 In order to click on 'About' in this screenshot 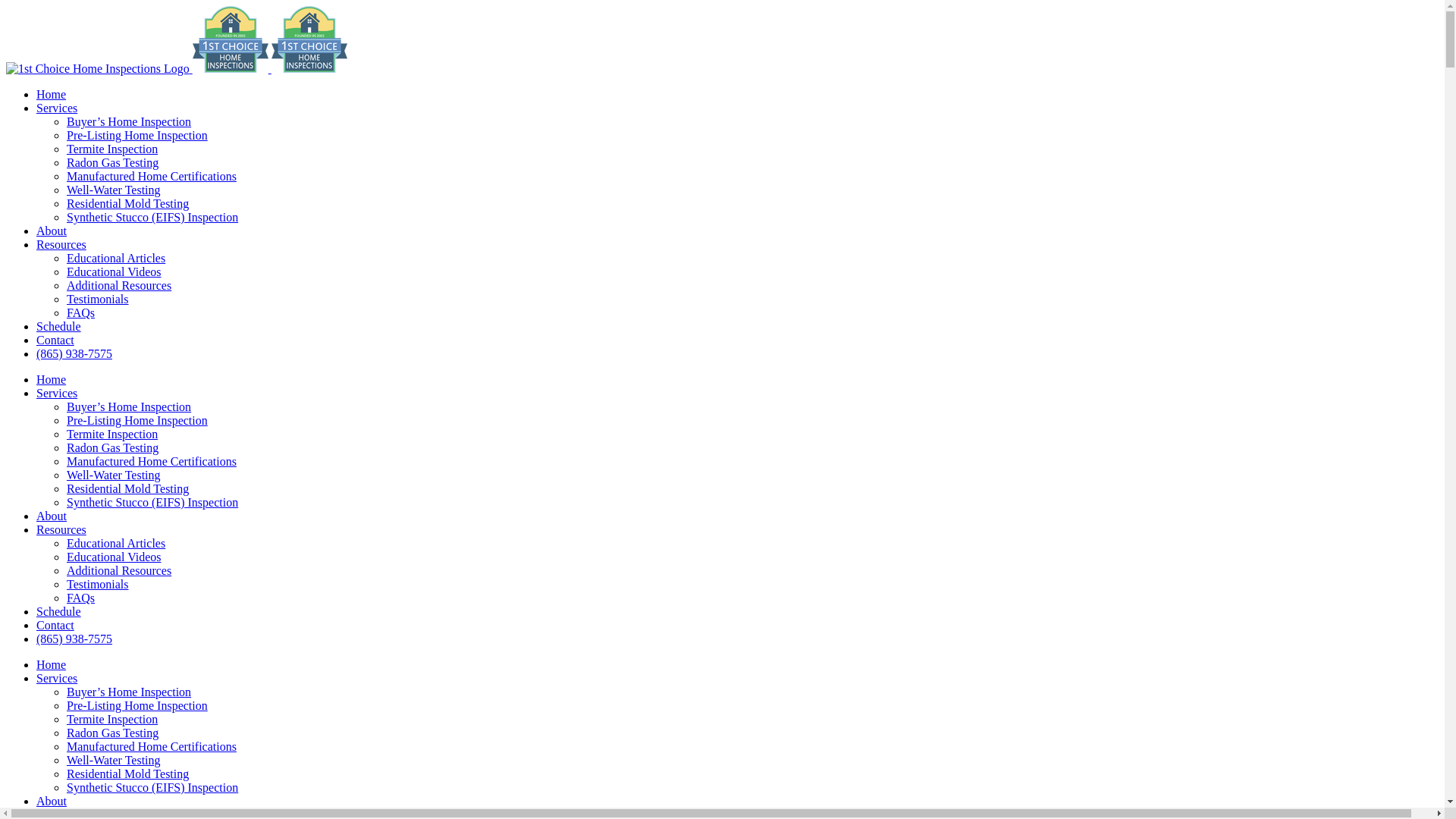, I will do `click(51, 800)`.